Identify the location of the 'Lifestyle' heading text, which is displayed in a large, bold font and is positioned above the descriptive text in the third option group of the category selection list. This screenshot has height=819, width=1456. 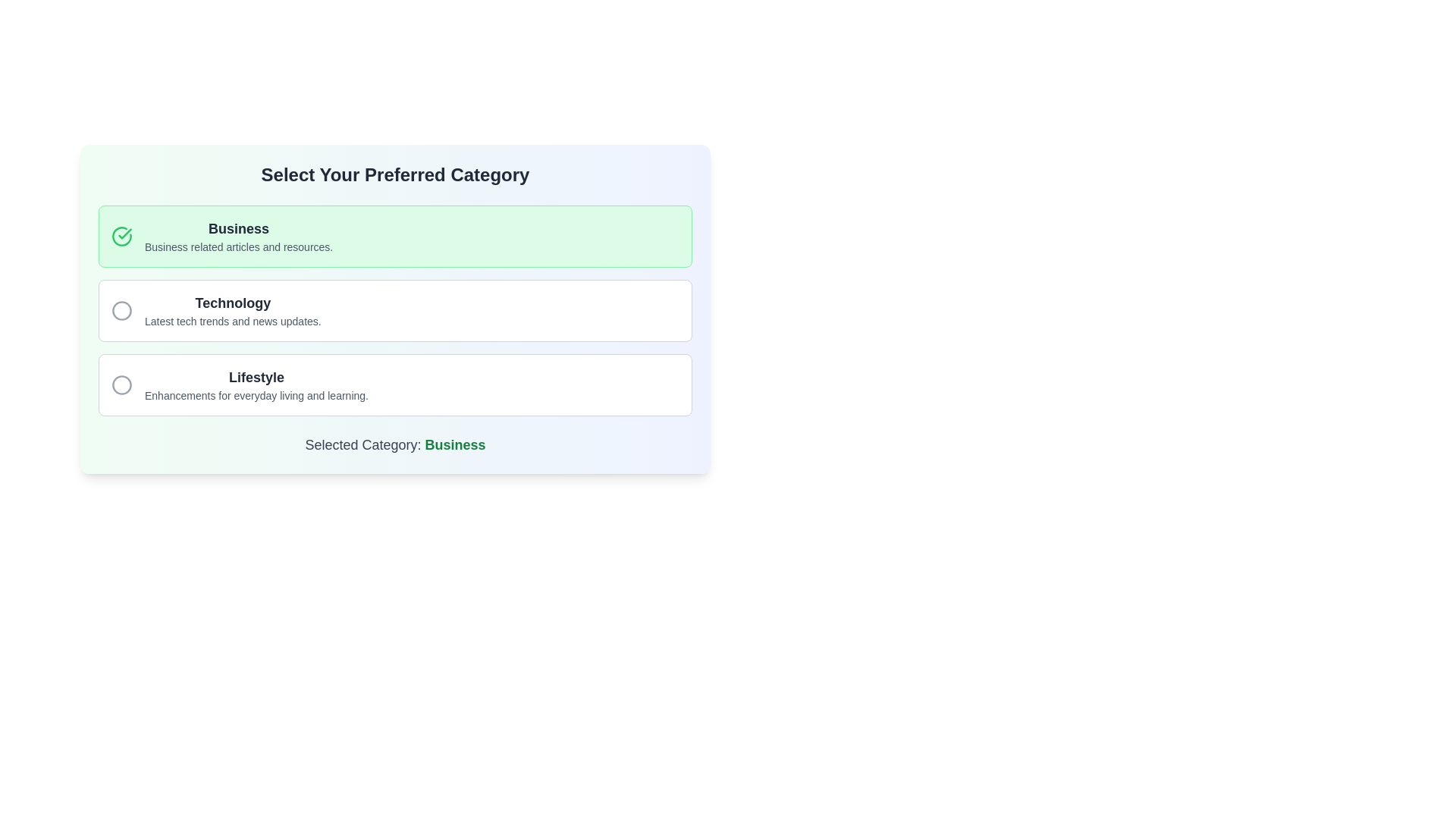
(256, 376).